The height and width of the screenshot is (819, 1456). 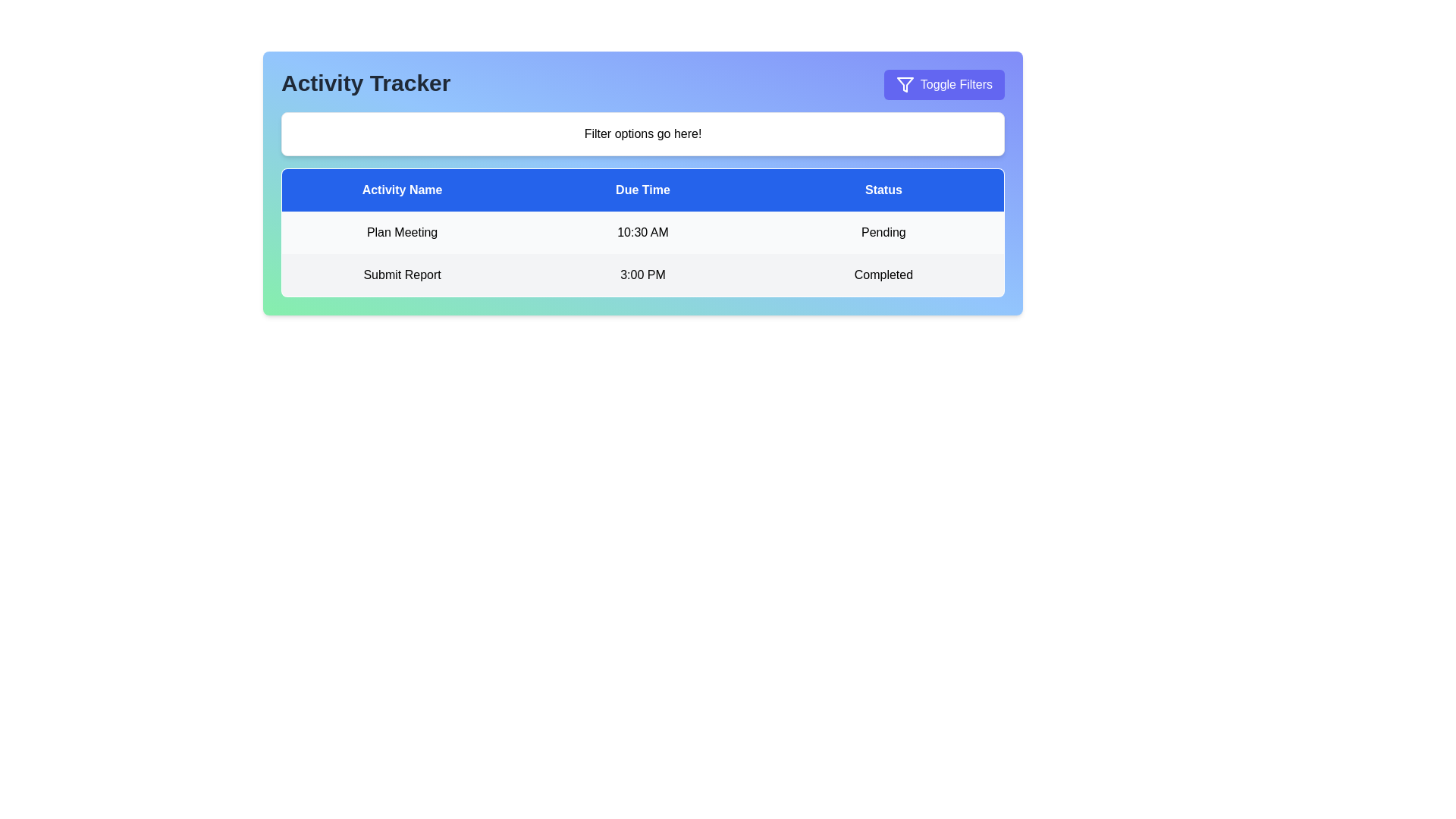 I want to click on the text label displaying 'Completed' in the third column of the second row of the table, which has a light gray background and is styled minimally, so click(x=883, y=275).